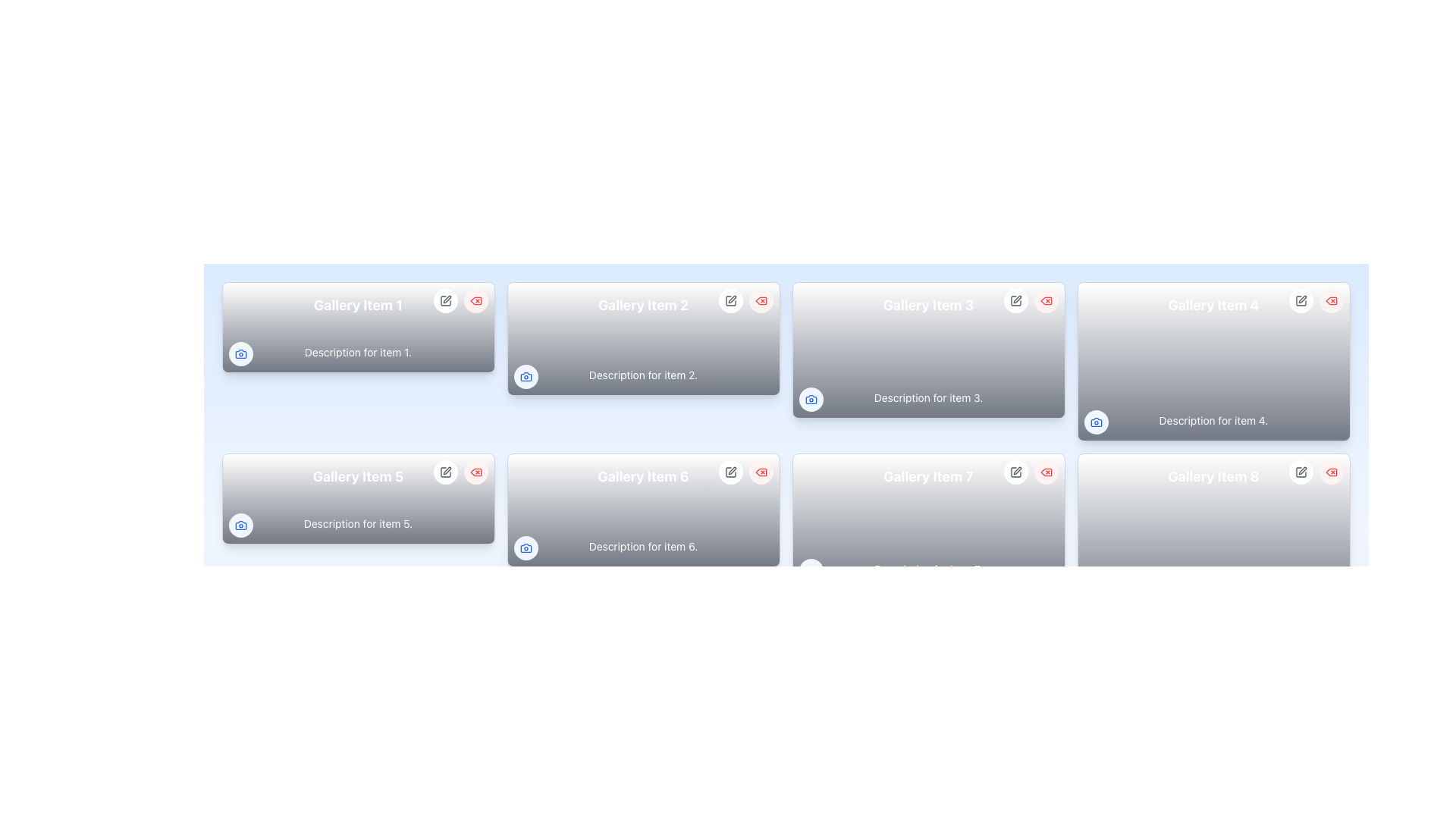 Image resolution: width=1456 pixels, height=819 pixels. What do you see at coordinates (761, 472) in the screenshot?
I see `the circular delete button with a light red background and a trash can icon located in the top-right corner of the card labeled 'Gallery Item 6'` at bounding box center [761, 472].